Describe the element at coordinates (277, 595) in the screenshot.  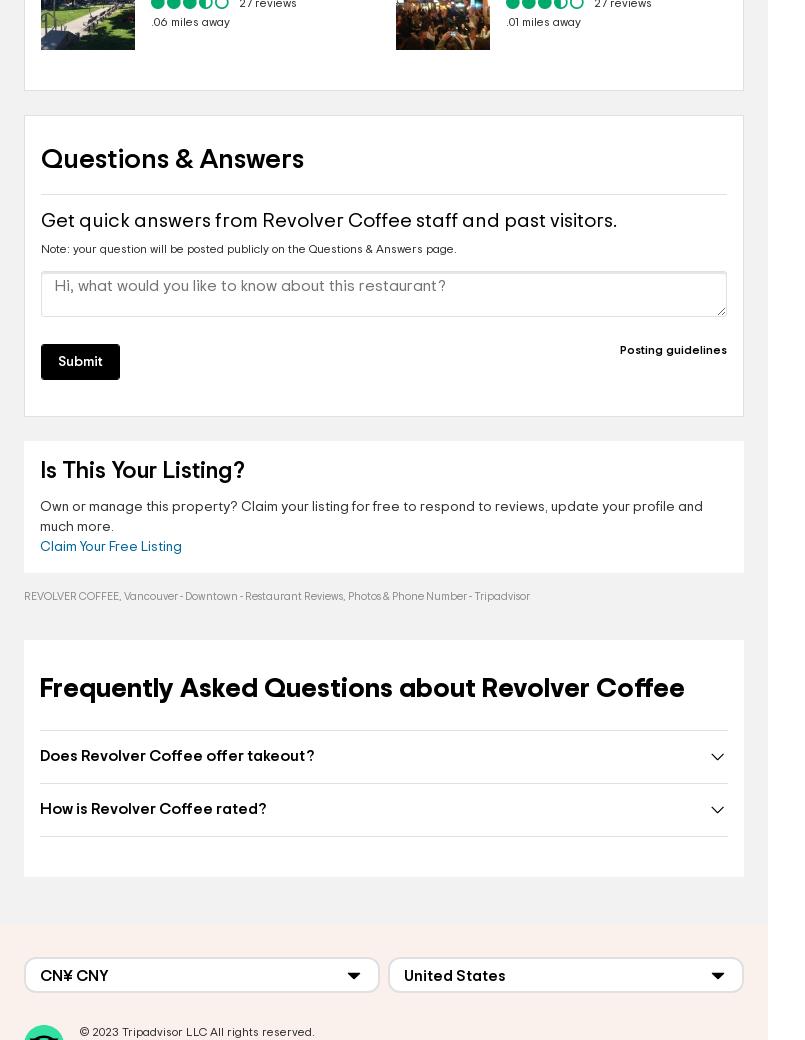
I see `'REVOLVER COFFEE, Vancouver - Downtown - Restaurant Reviews, Photos & Phone Number - Tripadvisor'` at that location.